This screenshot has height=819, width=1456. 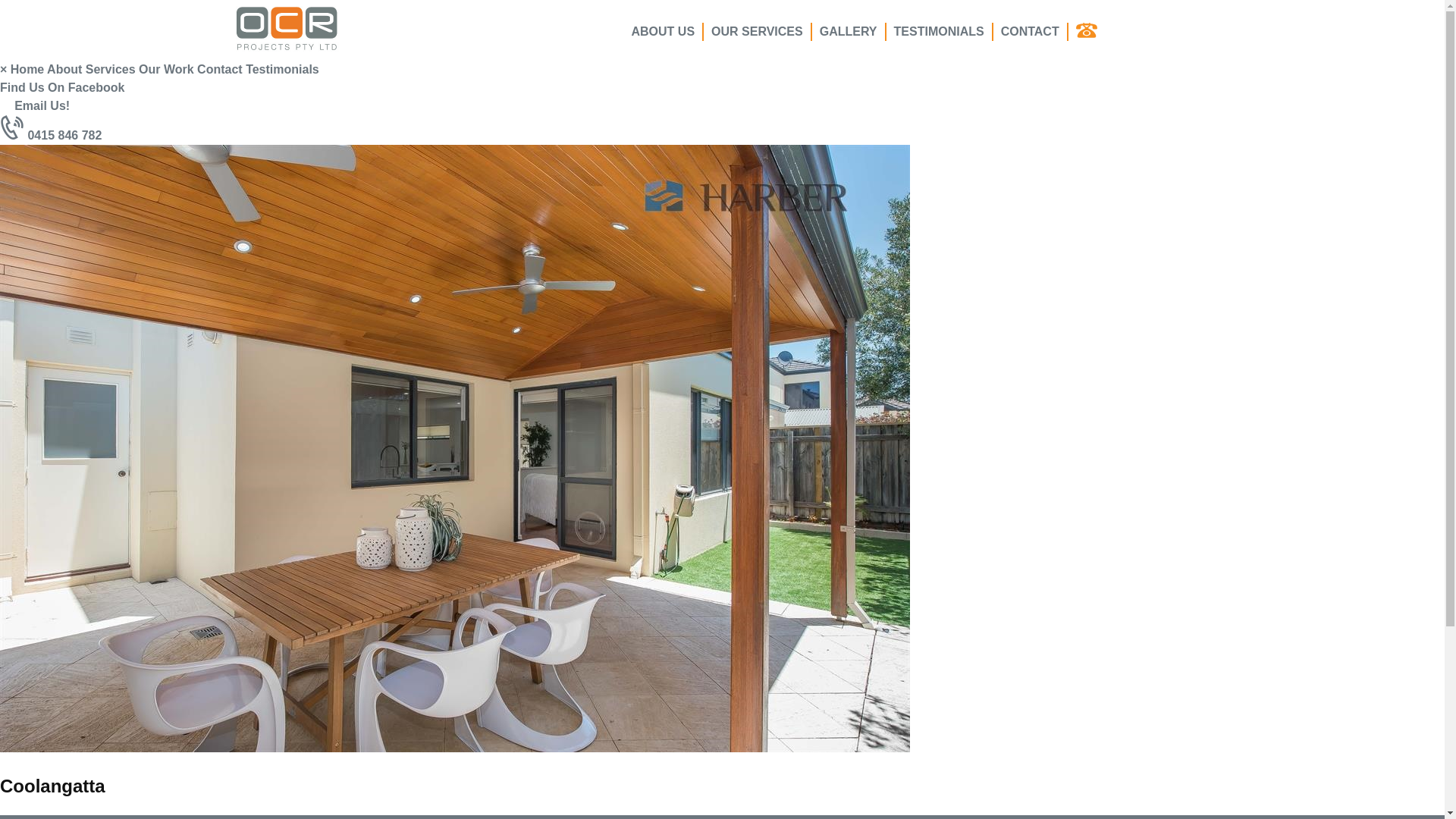 What do you see at coordinates (47, 69) in the screenshot?
I see `'About'` at bounding box center [47, 69].